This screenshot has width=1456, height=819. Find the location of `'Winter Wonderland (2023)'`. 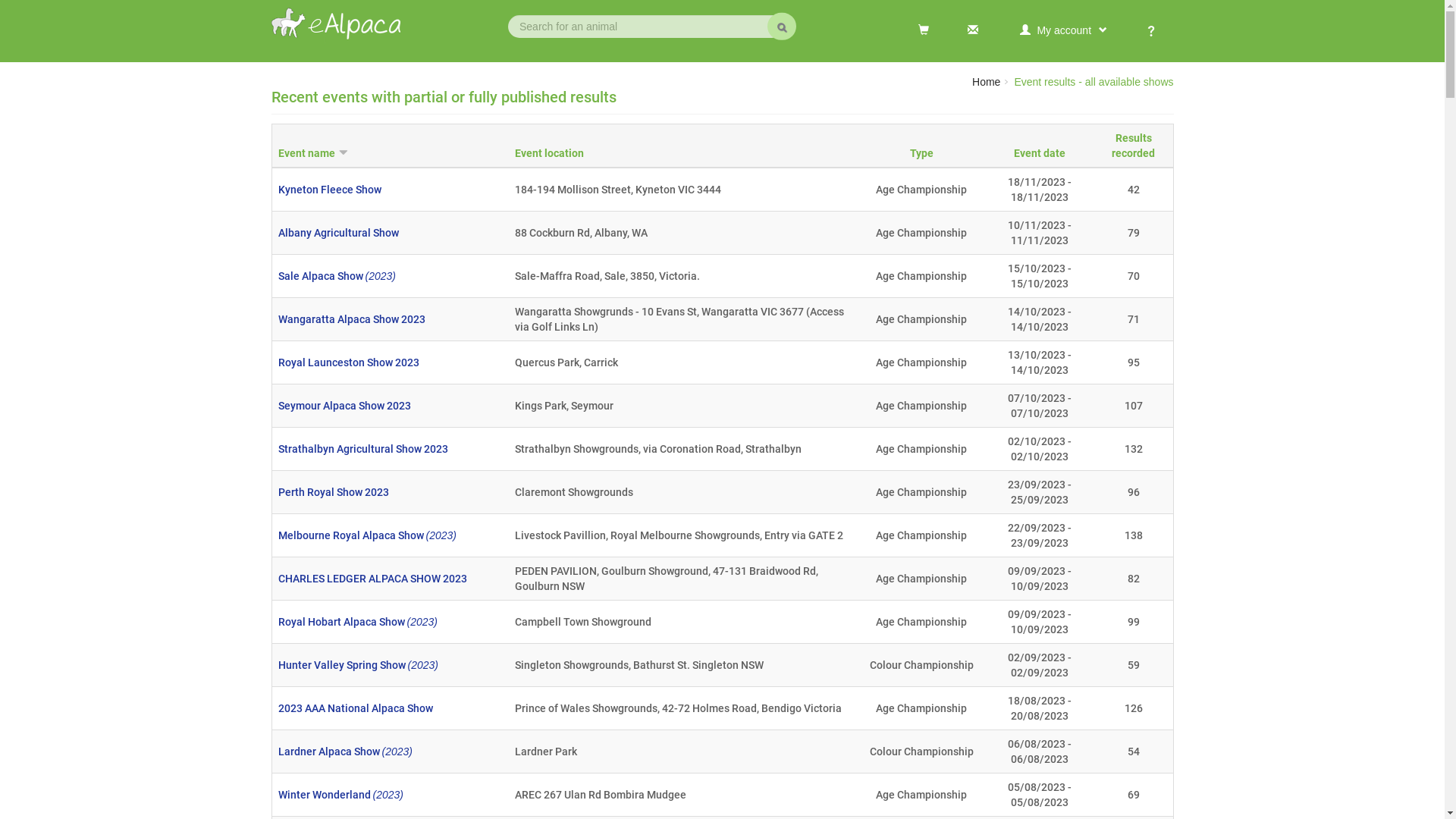

'Winter Wonderland (2023)' is located at coordinates (277, 794).